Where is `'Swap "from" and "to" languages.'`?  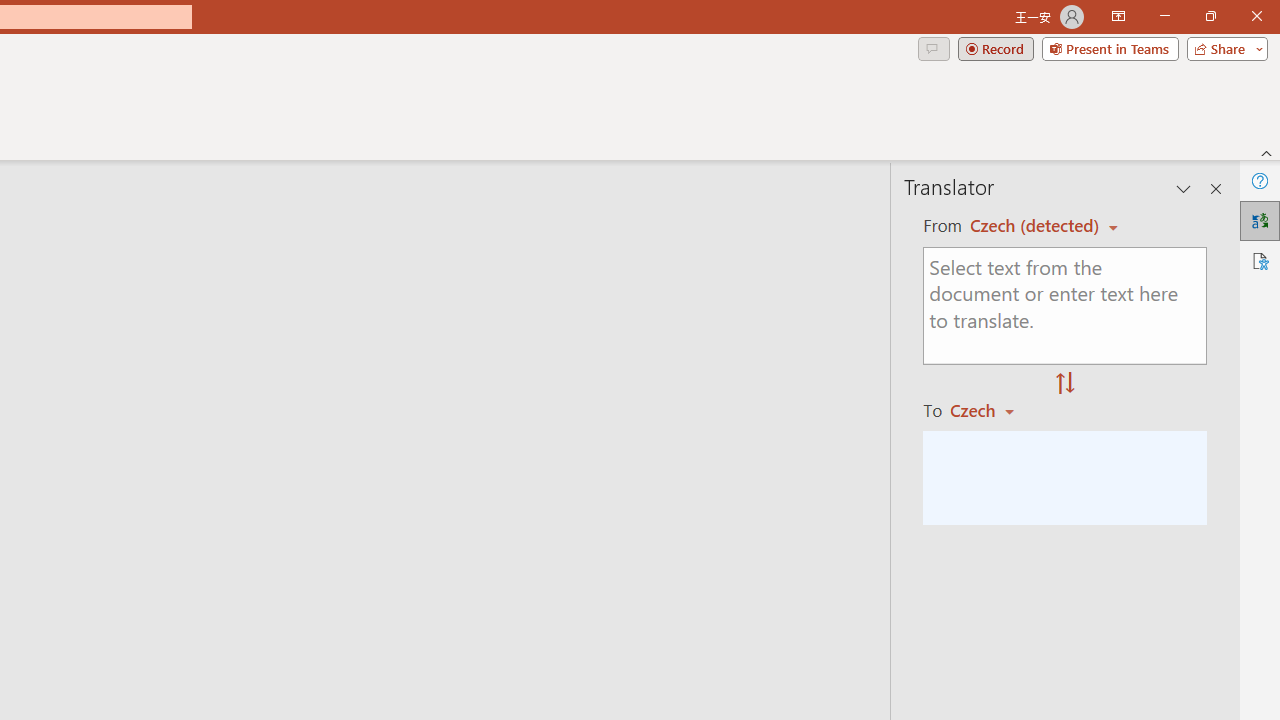
'Swap "from" and "to" languages.' is located at coordinates (1064, 384).